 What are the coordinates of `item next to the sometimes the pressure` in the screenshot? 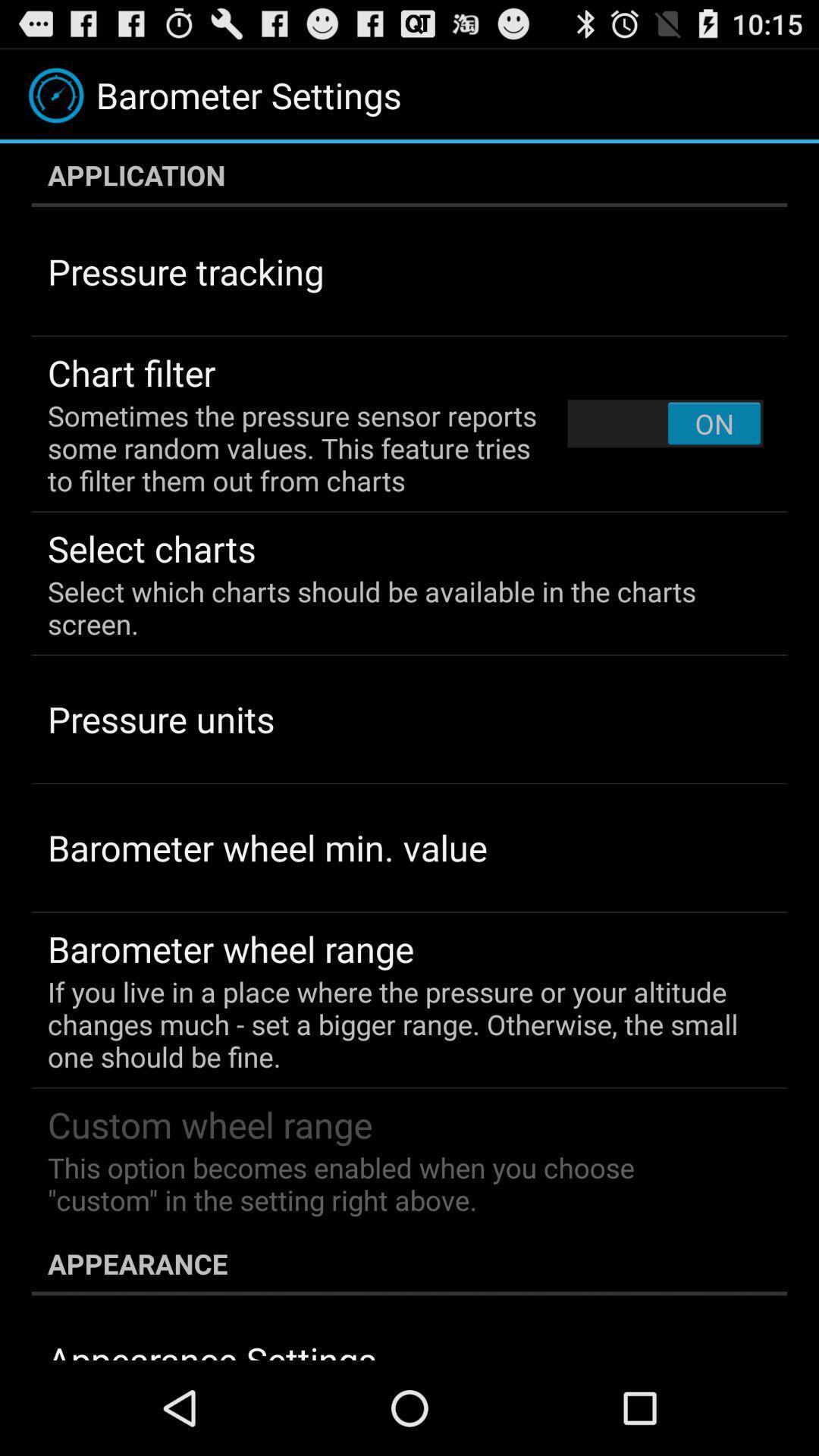 It's located at (664, 423).